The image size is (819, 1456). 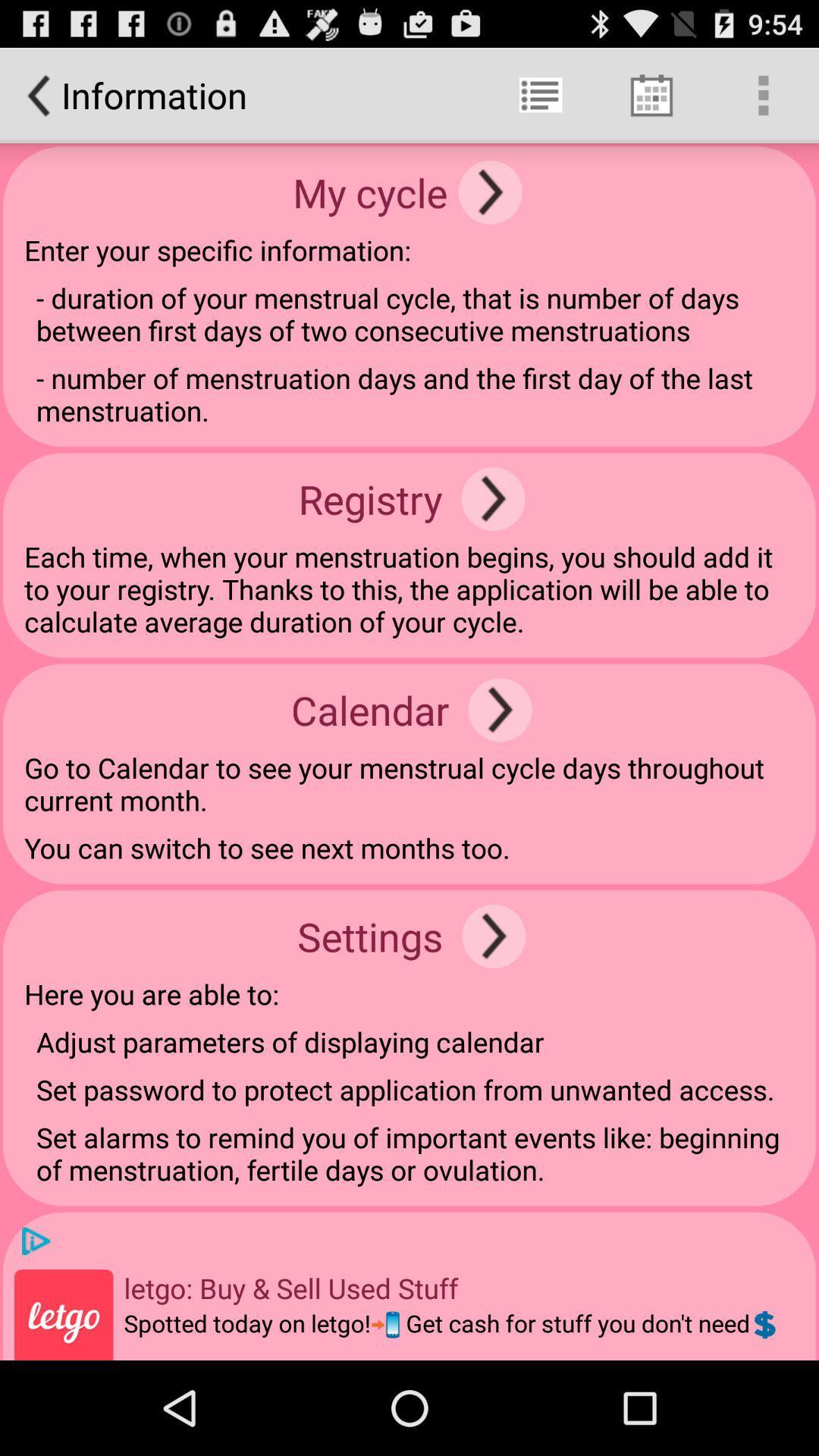 I want to click on the icon next to the registry, so click(x=493, y=499).